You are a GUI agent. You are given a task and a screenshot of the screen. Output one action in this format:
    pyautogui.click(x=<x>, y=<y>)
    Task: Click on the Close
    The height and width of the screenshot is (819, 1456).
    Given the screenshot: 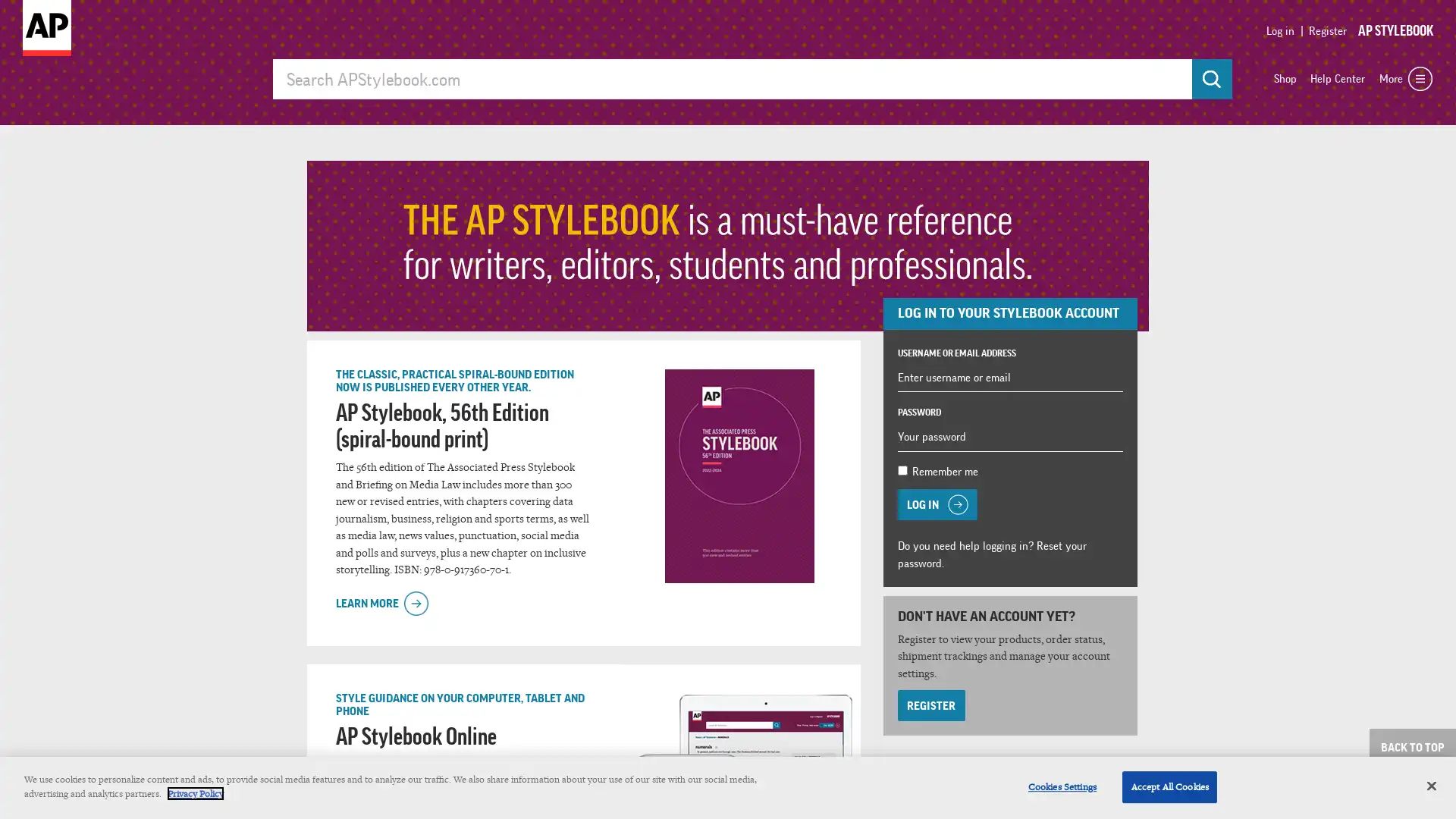 What is the action you would take?
    pyautogui.click(x=1430, y=785)
    